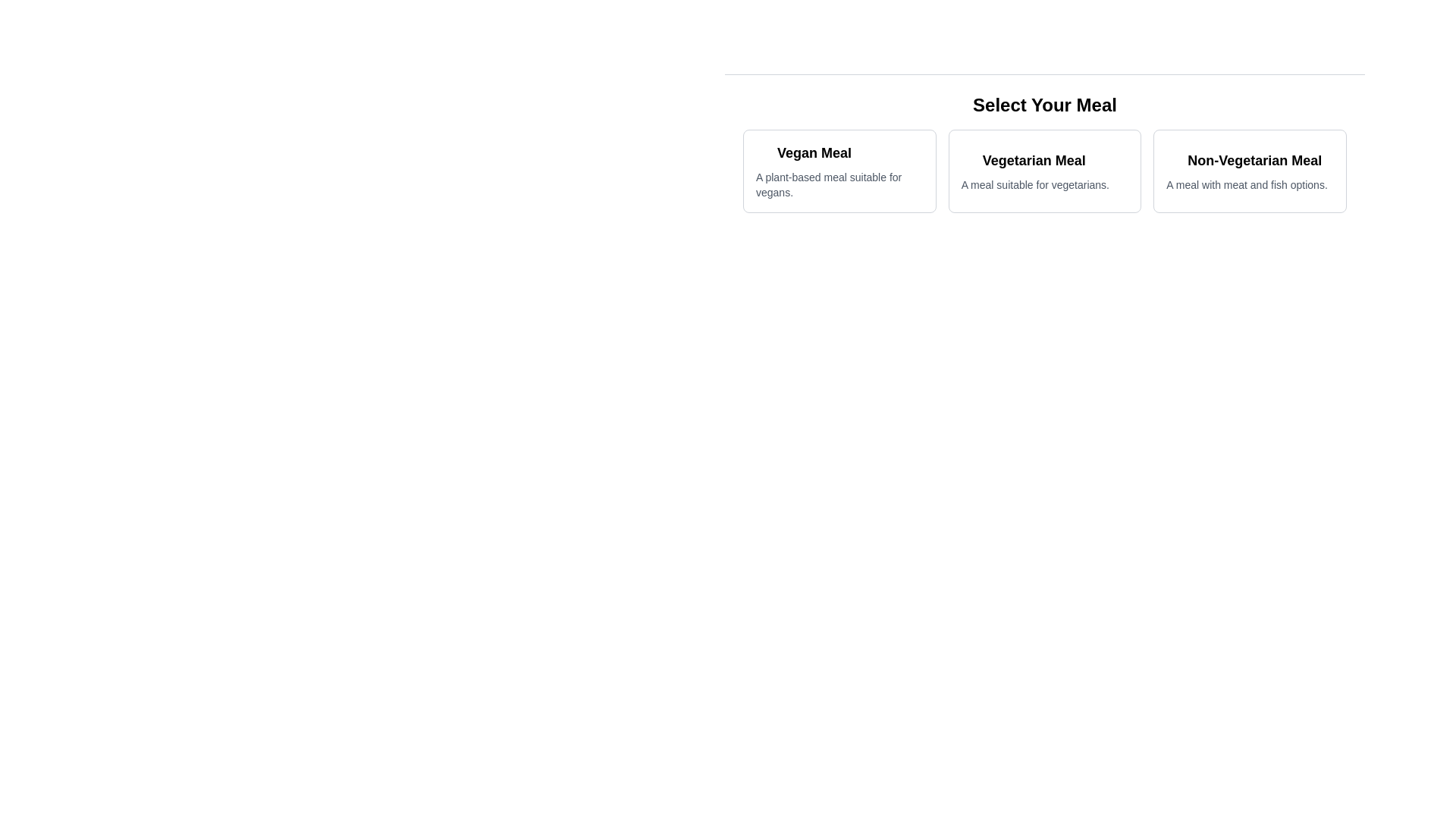 This screenshot has height=819, width=1456. Describe the element at coordinates (1033, 161) in the screenshot. I see `the bold heading 'Vegetarian Meal' located centrally within its selection card, which is the second card in a horizontal sequence of three` at that location.